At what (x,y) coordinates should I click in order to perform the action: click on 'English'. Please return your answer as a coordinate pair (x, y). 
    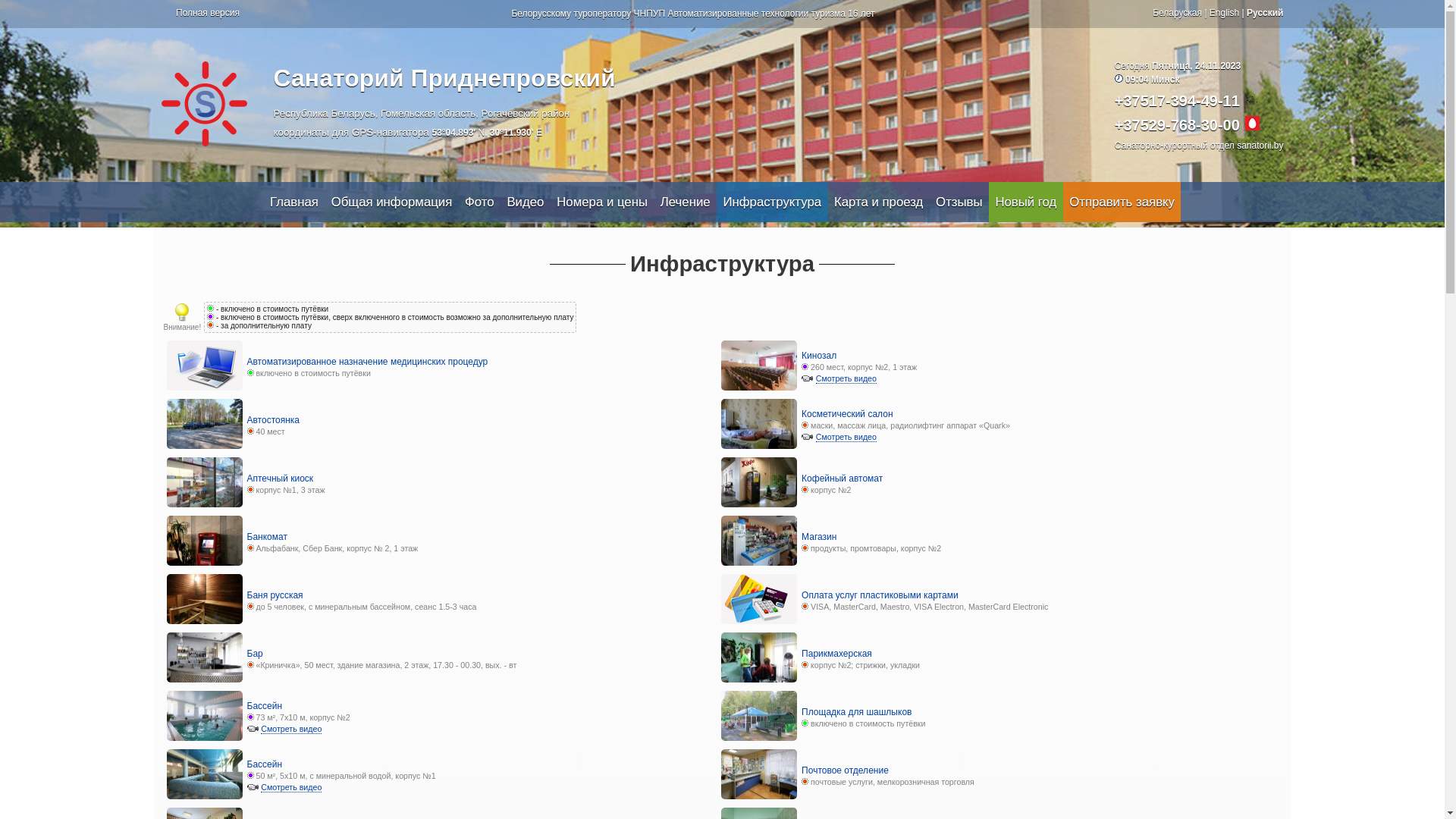
    Looking at the image, I should click on (1224, 12).